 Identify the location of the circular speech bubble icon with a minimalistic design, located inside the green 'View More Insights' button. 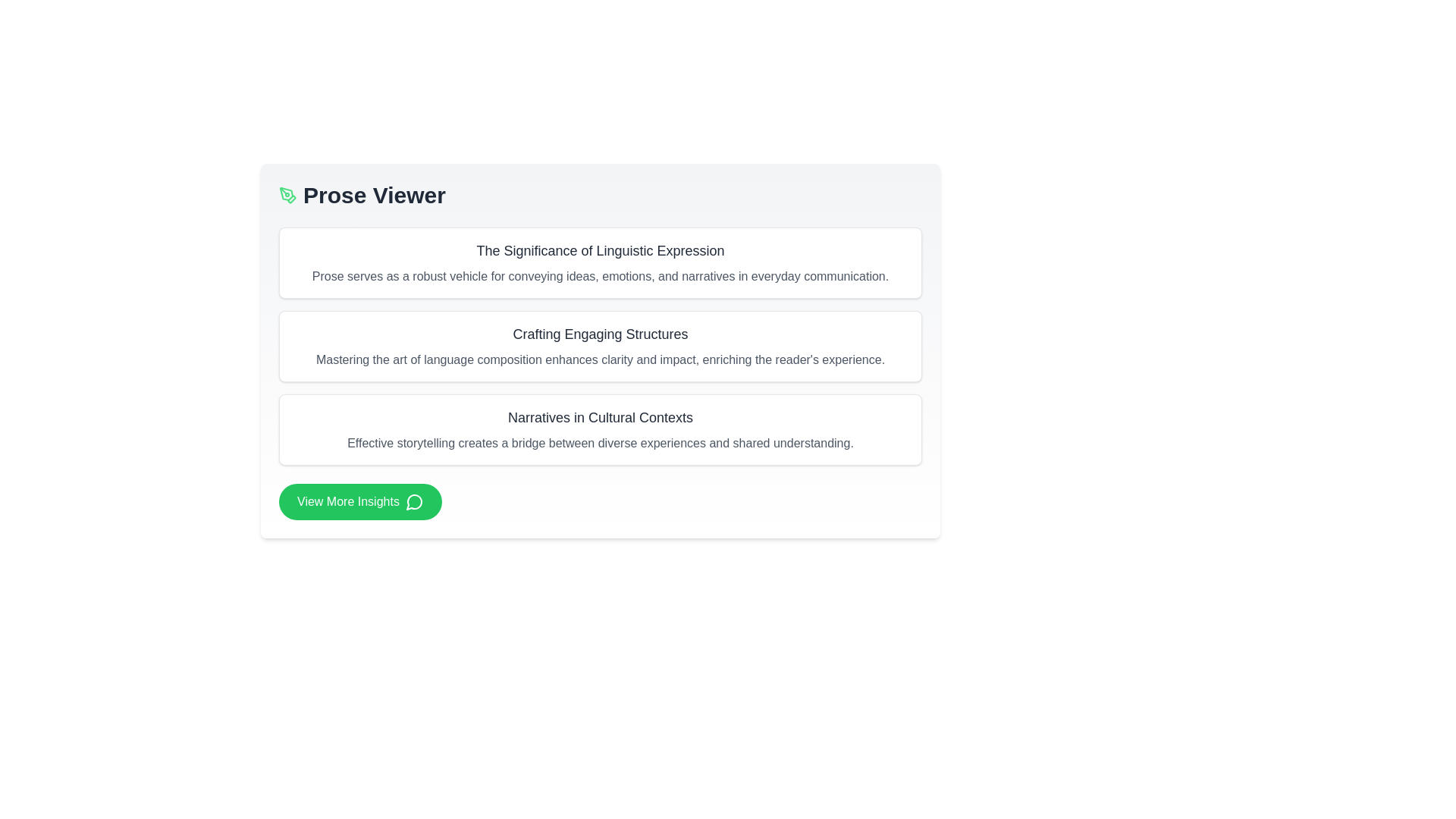
(414, 502).